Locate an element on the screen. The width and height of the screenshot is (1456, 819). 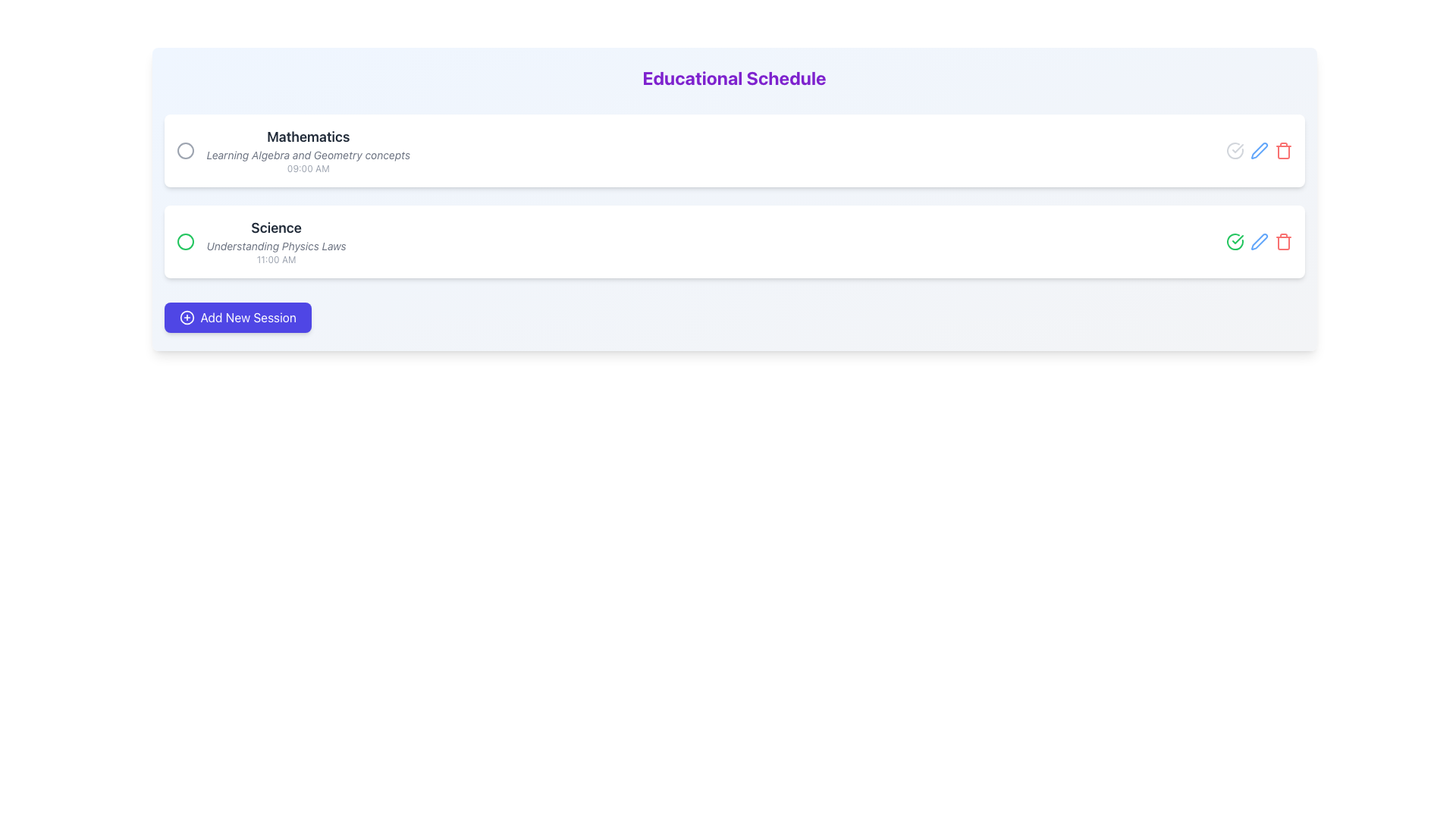
the text label indicating the scheduled time for a session, which is positioned beneath the subtitle 'Understanding Physics Laws' is located at coordinates (276, 259).